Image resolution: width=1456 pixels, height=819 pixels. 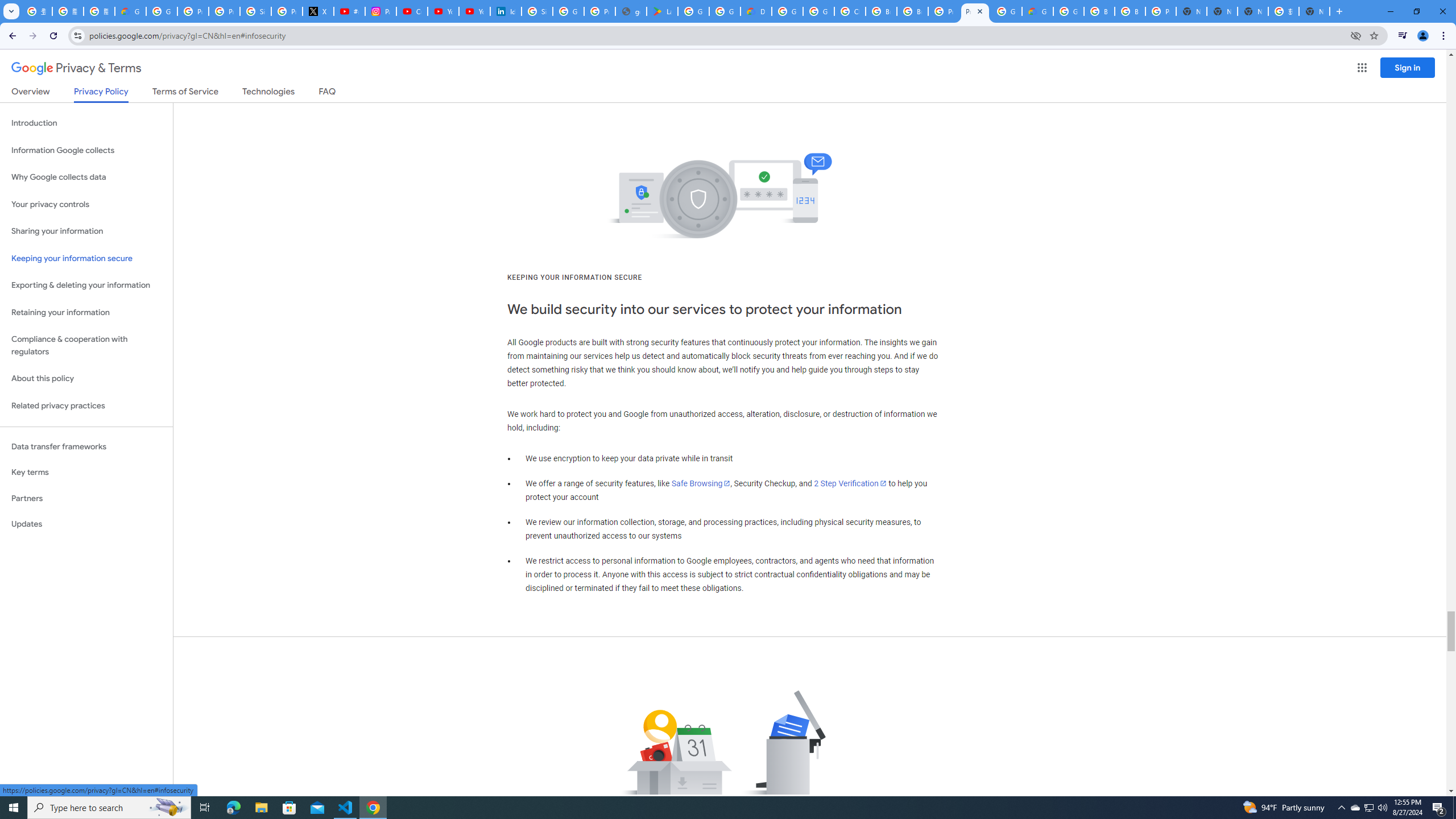 I want to click on 'Retaining your information', so click(x=86, y=312).